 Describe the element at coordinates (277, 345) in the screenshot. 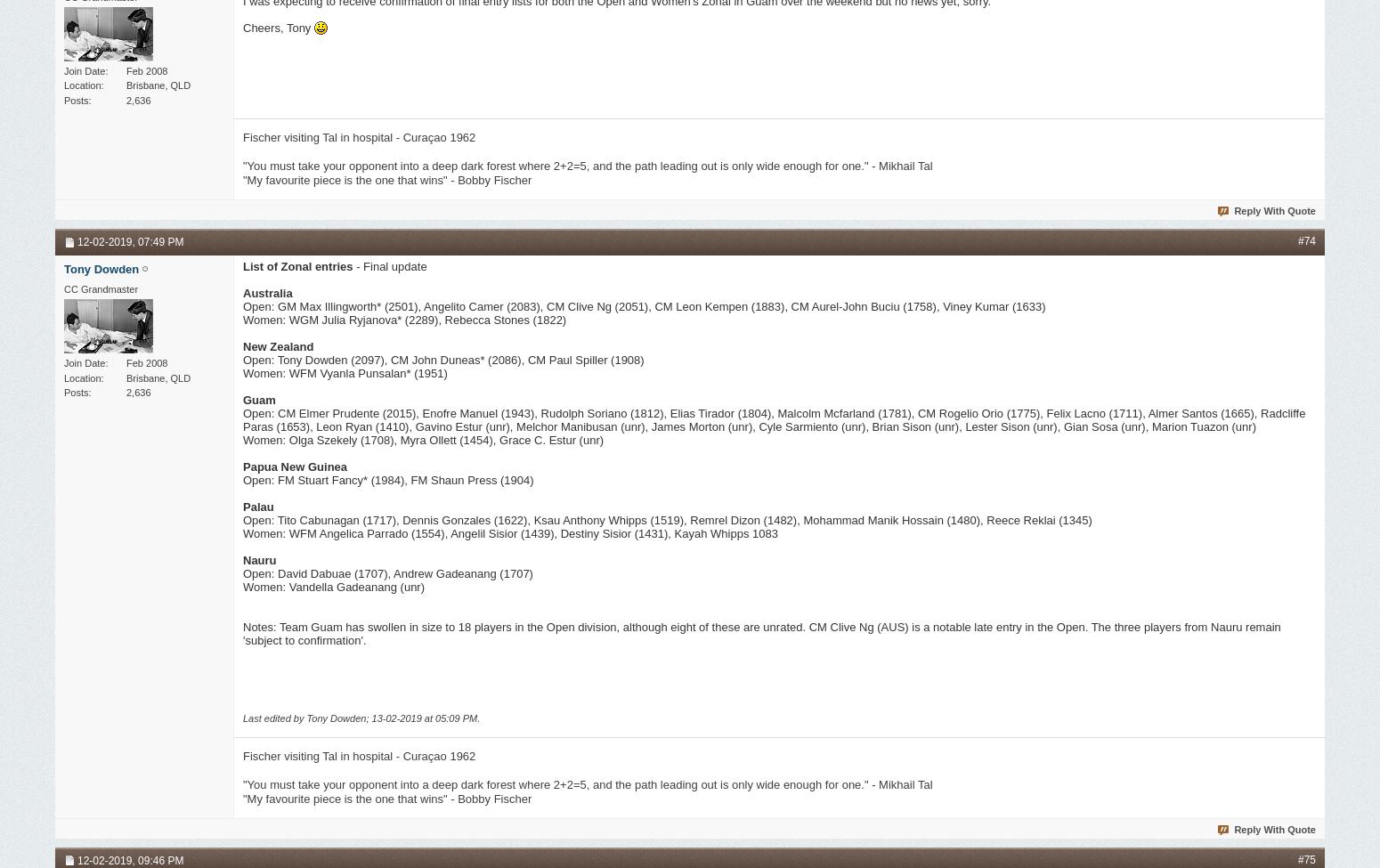

I see `'New Zealand'` at that location.